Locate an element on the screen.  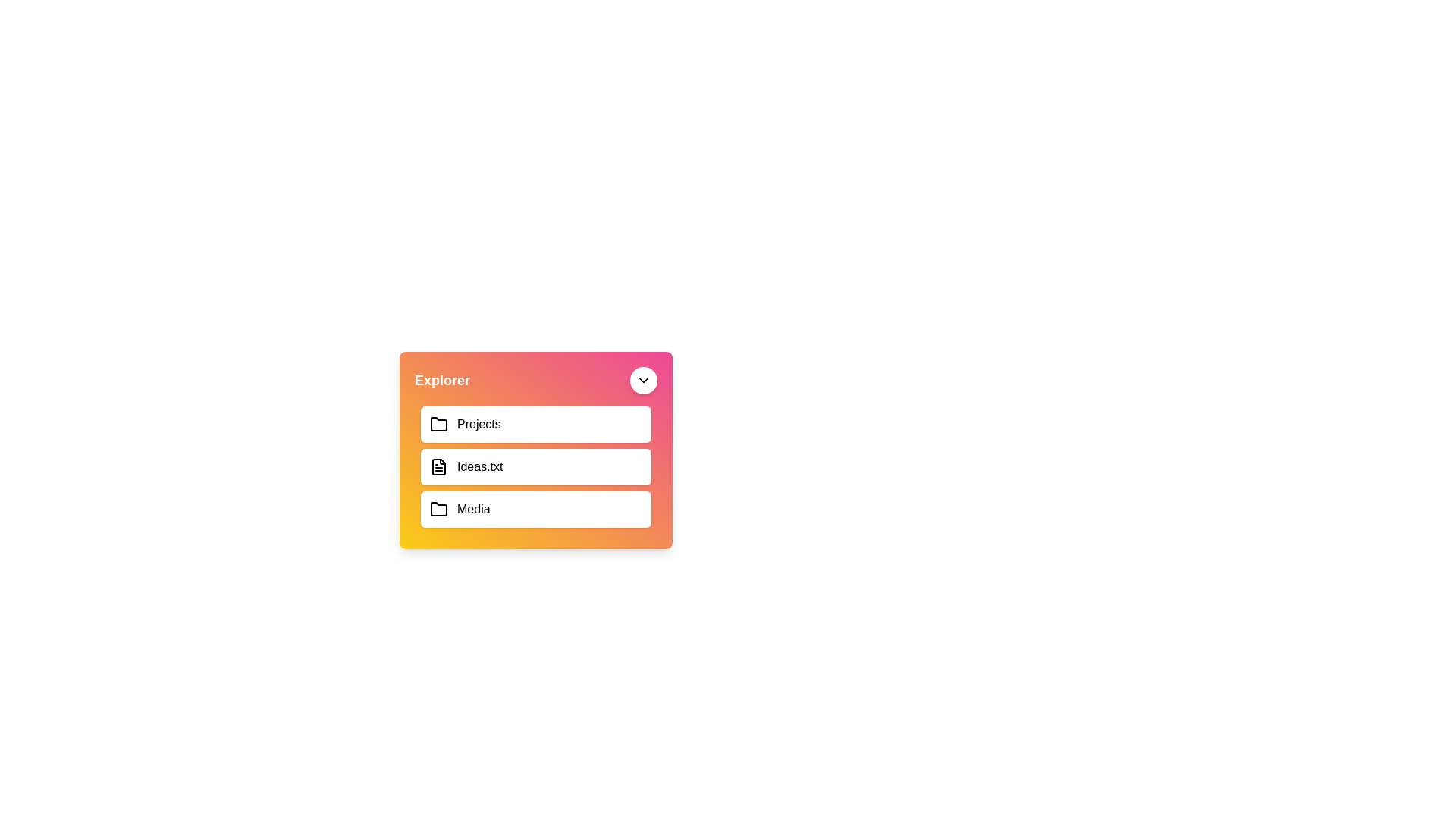
the item Ideas.txt from the list is located at coordinates (535, 466).